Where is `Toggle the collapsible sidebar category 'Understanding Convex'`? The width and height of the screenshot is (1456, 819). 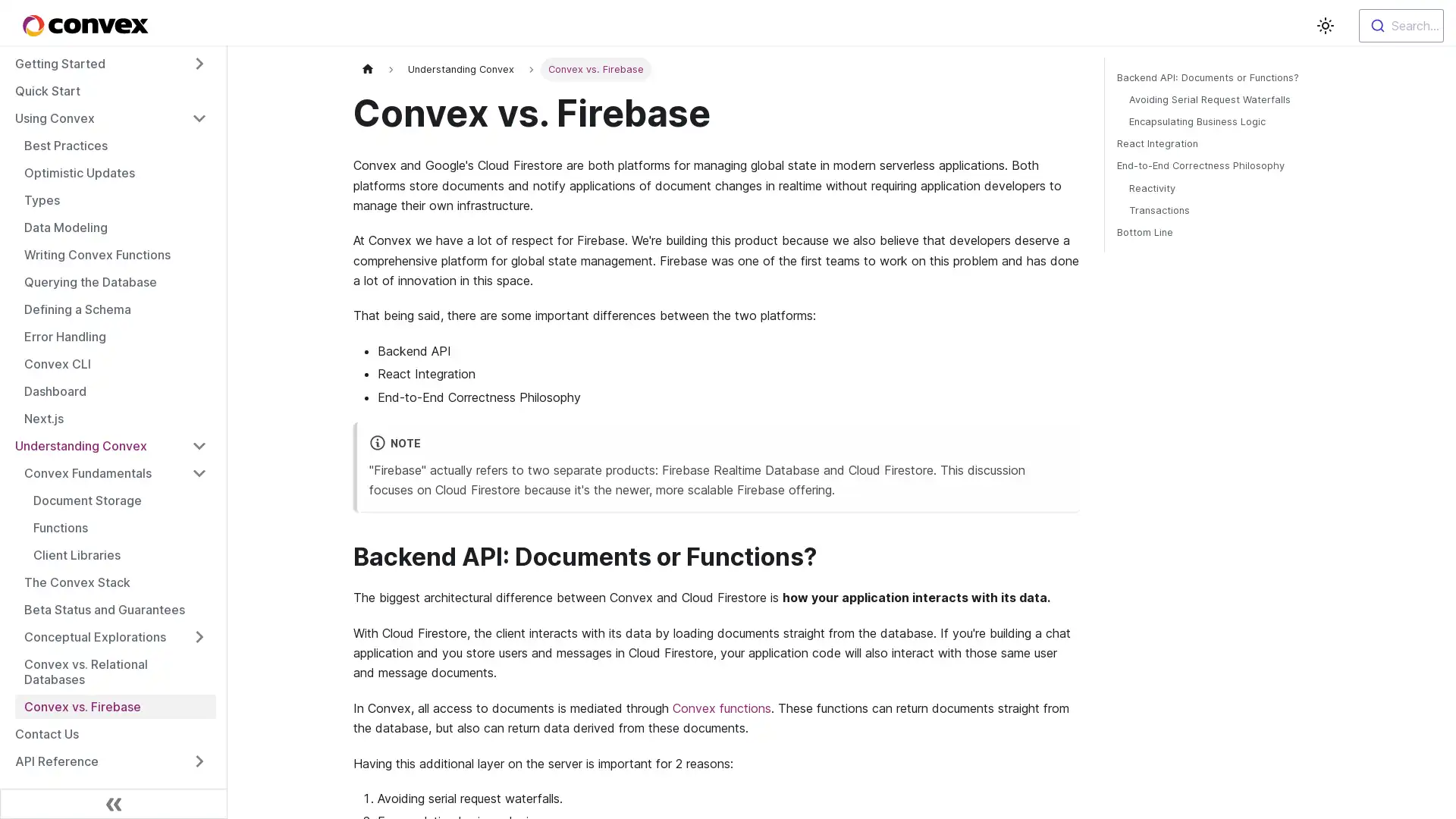
Toggle the collapsible sidebar category 'Understanding Convex' is located at coordinates (199, 444).